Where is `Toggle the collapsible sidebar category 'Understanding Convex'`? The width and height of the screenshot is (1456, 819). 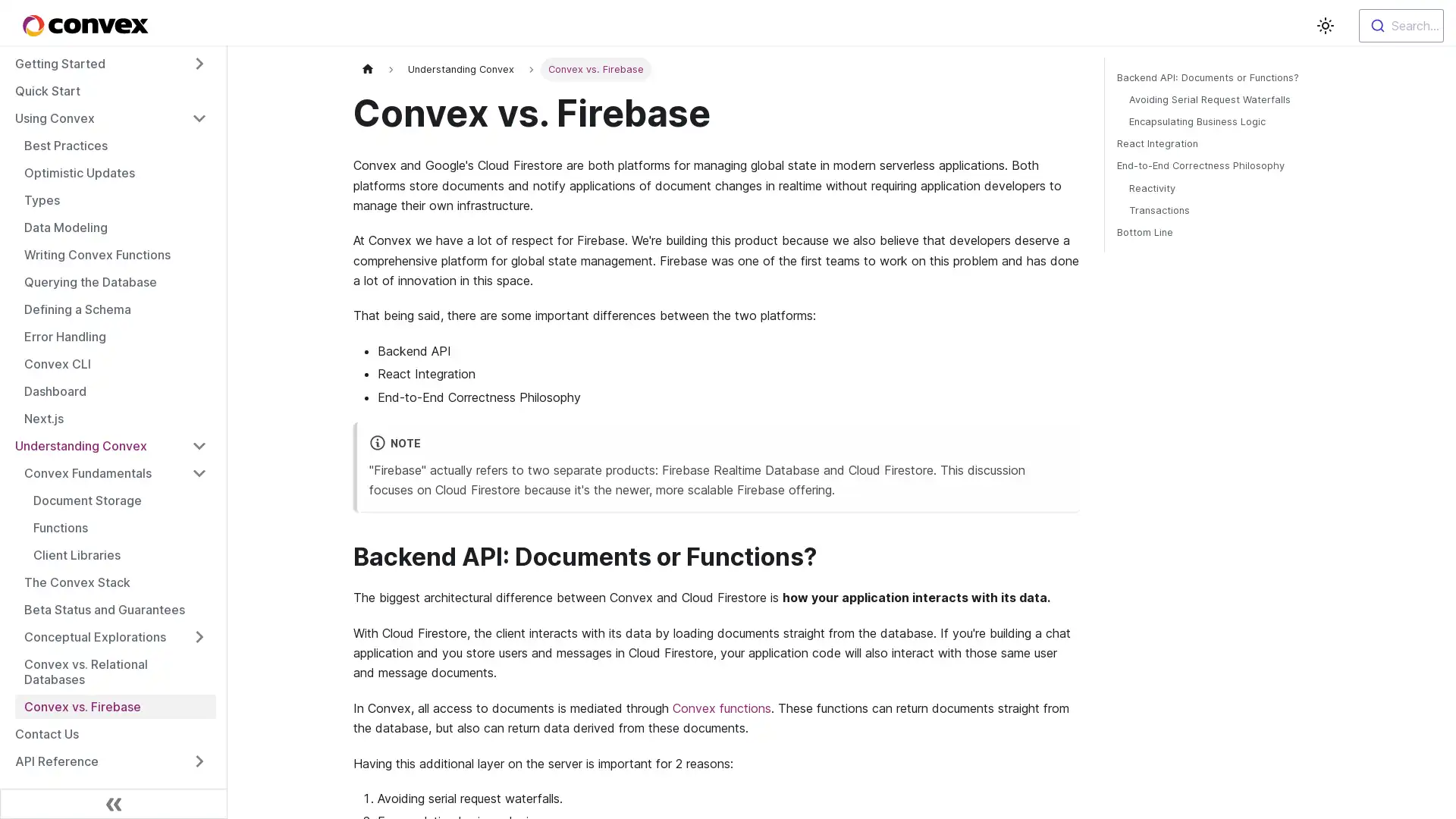
Toggle the collapsible sidebar category 'Understanding Convex' is located at coordinates (199, 444).